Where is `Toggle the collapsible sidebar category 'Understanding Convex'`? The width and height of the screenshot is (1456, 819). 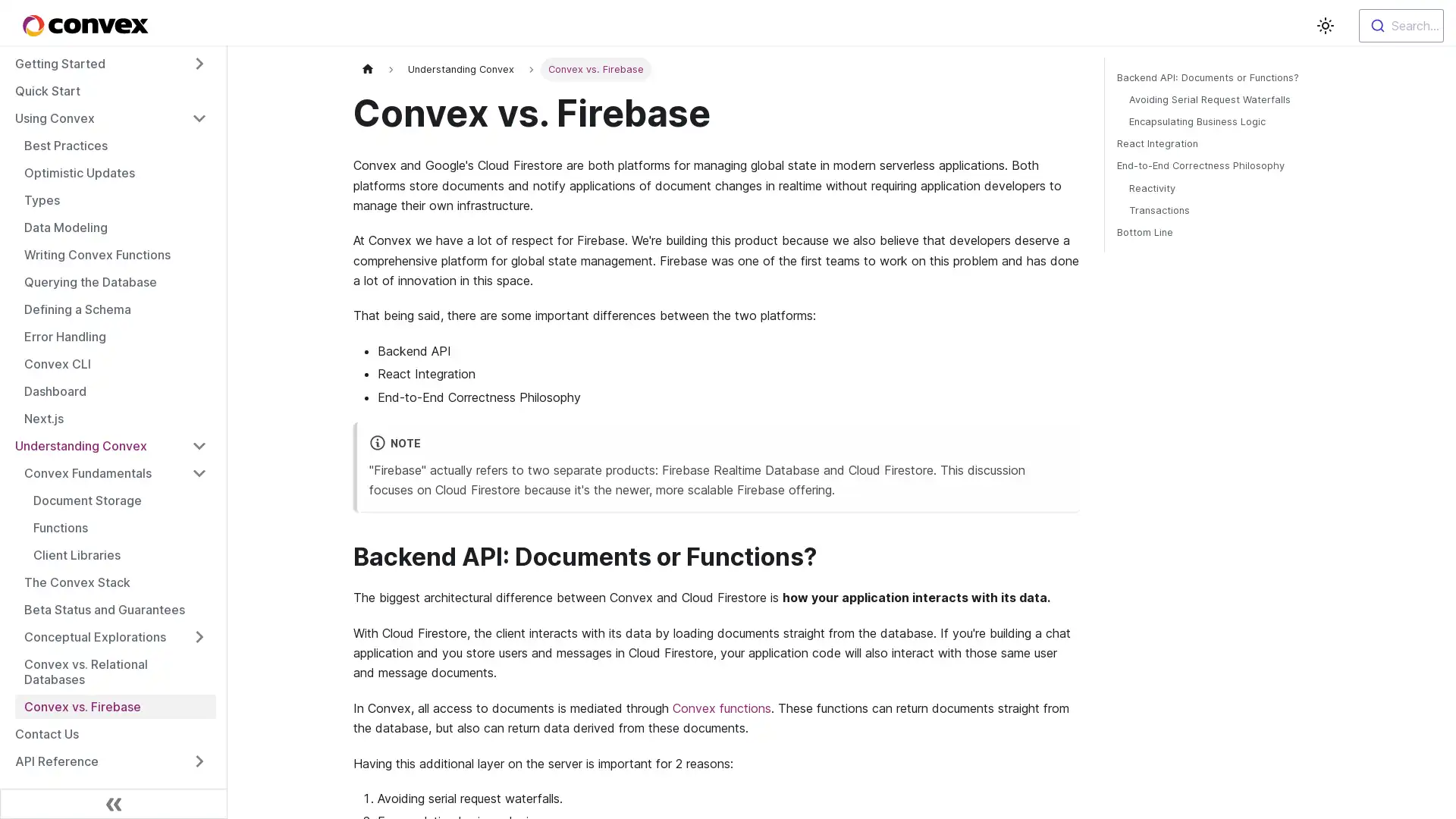
Toggle the collapsible sidebar category 'Understanding Convex' is located at coordinates (199, 444).